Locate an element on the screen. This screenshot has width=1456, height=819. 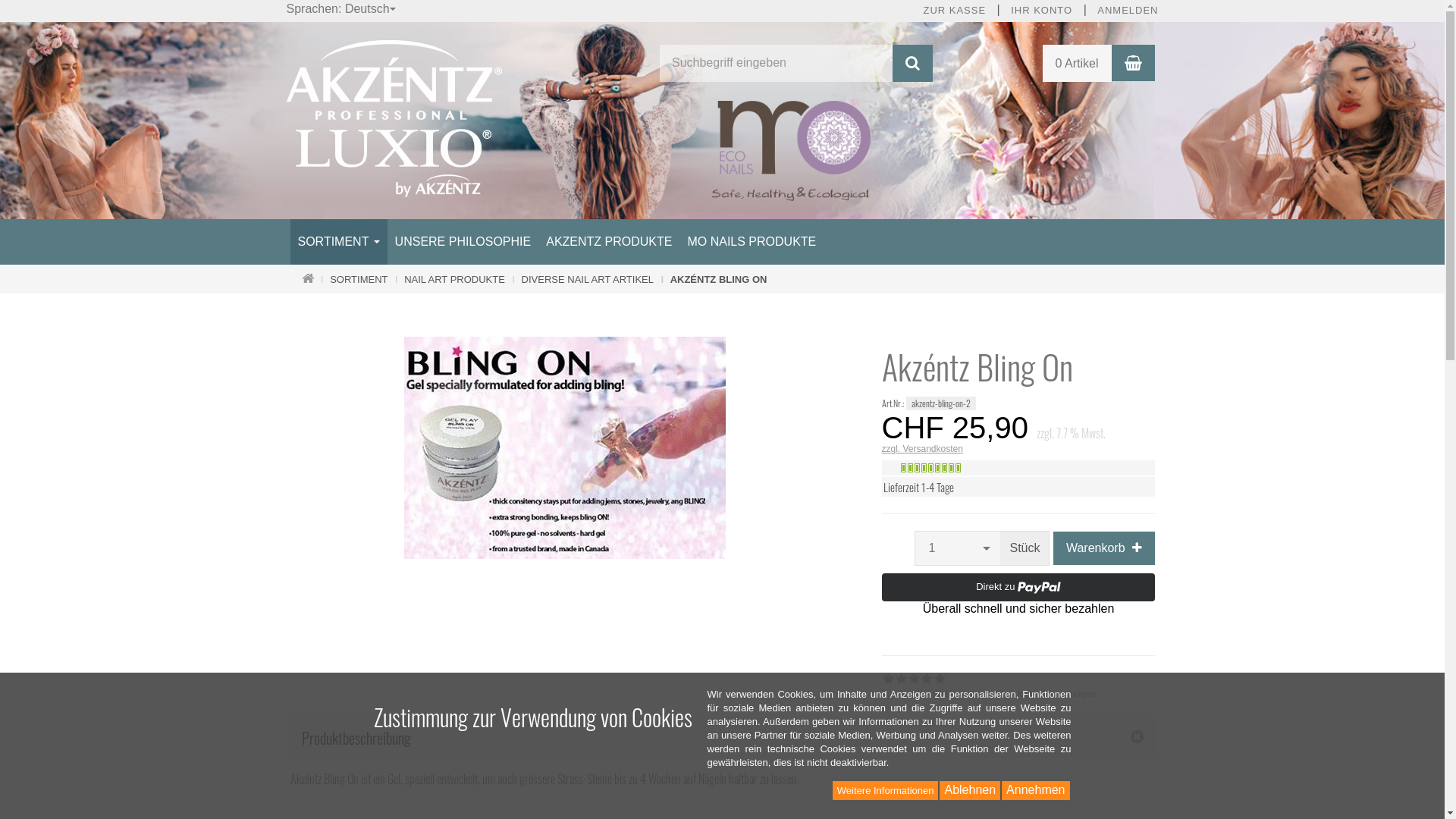
'Warenkorb' is located at coordinates (1133, 62).